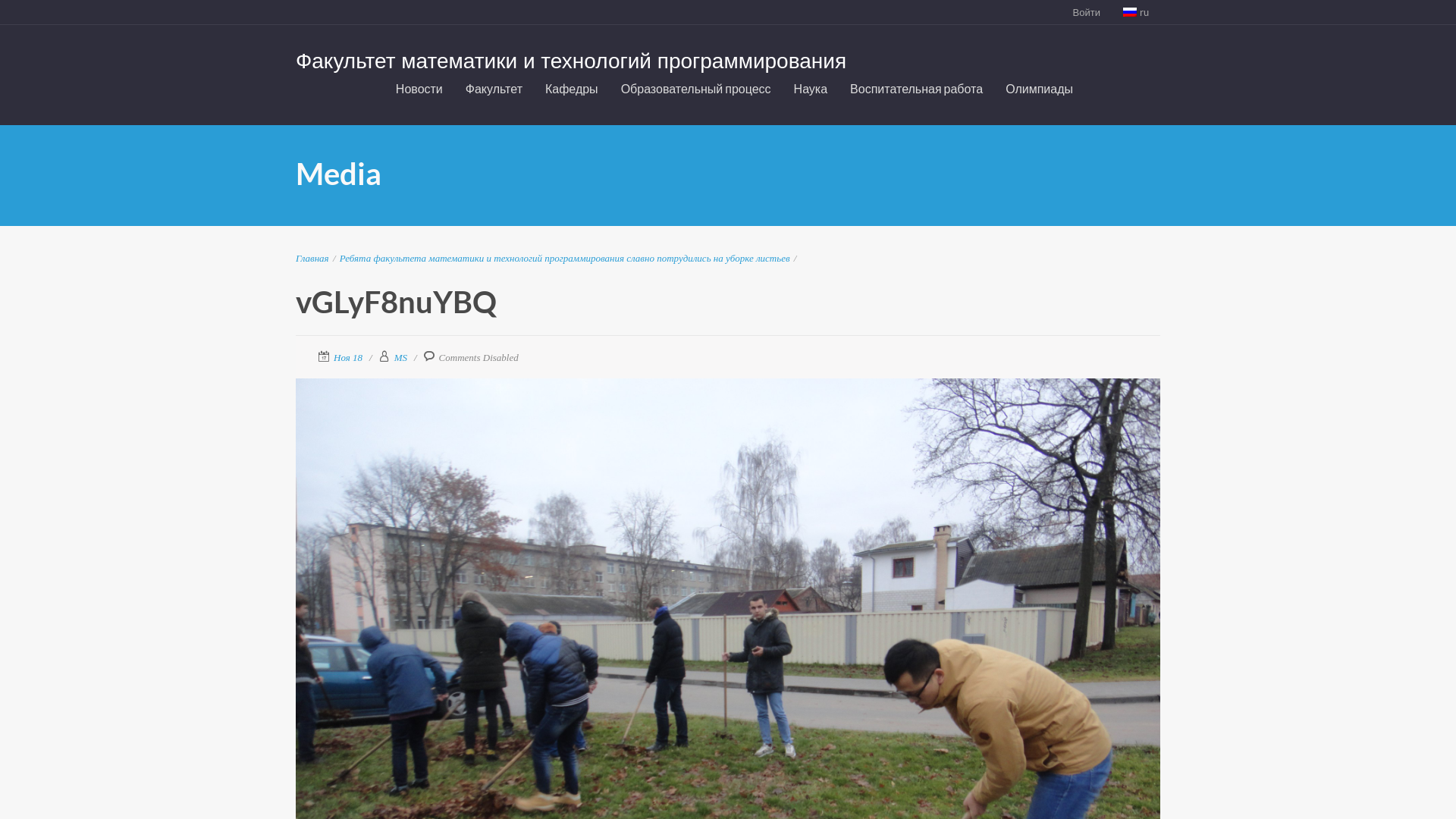 This screenshot has width=1456, height=819. I want to click on 'ru', so click(1135, 11).